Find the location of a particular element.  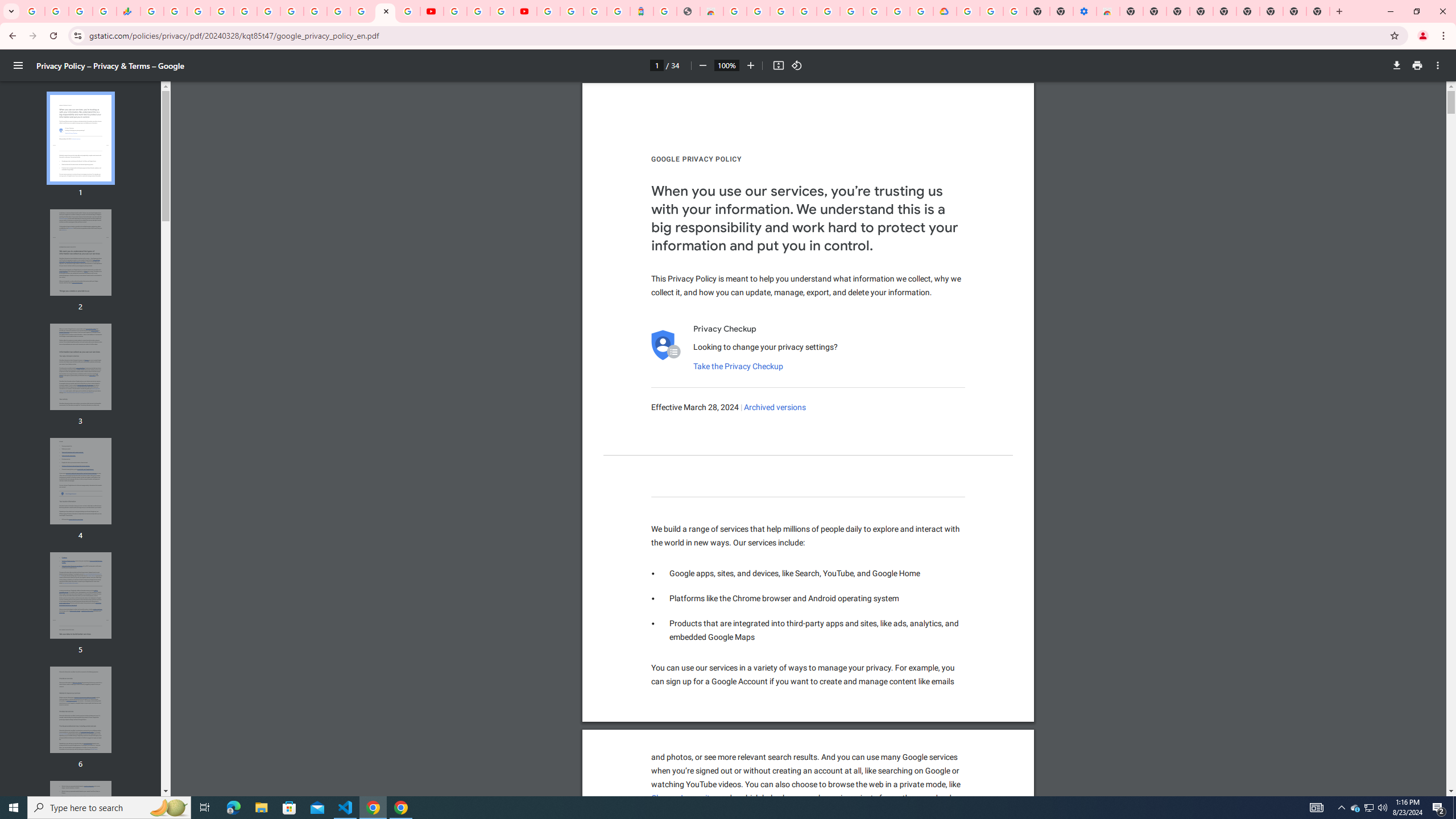

'Archived versions' is located at coordinates (775, 407).